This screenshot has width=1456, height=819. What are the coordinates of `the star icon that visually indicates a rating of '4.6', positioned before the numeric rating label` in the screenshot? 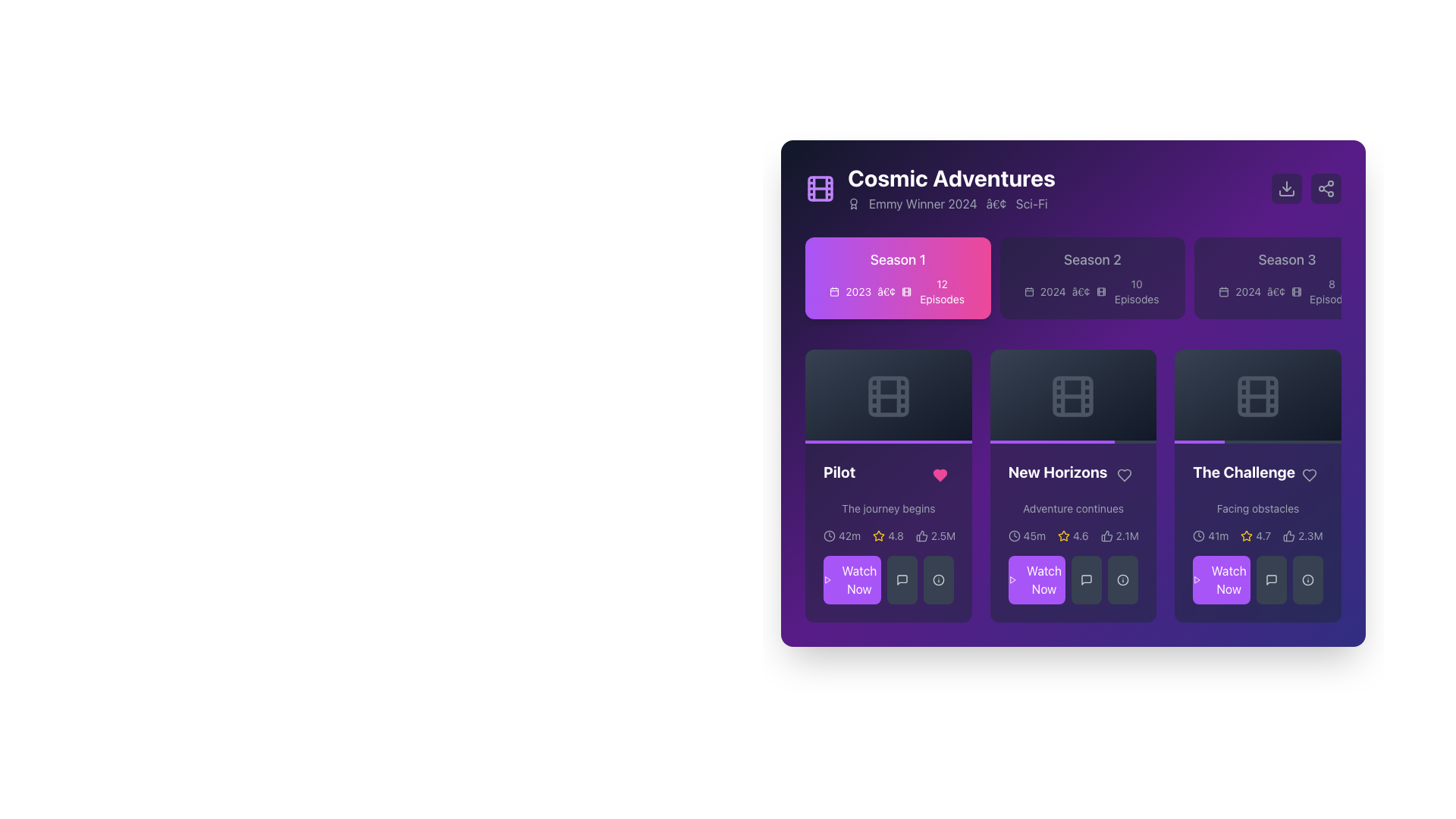 It's located at (1063, 535).